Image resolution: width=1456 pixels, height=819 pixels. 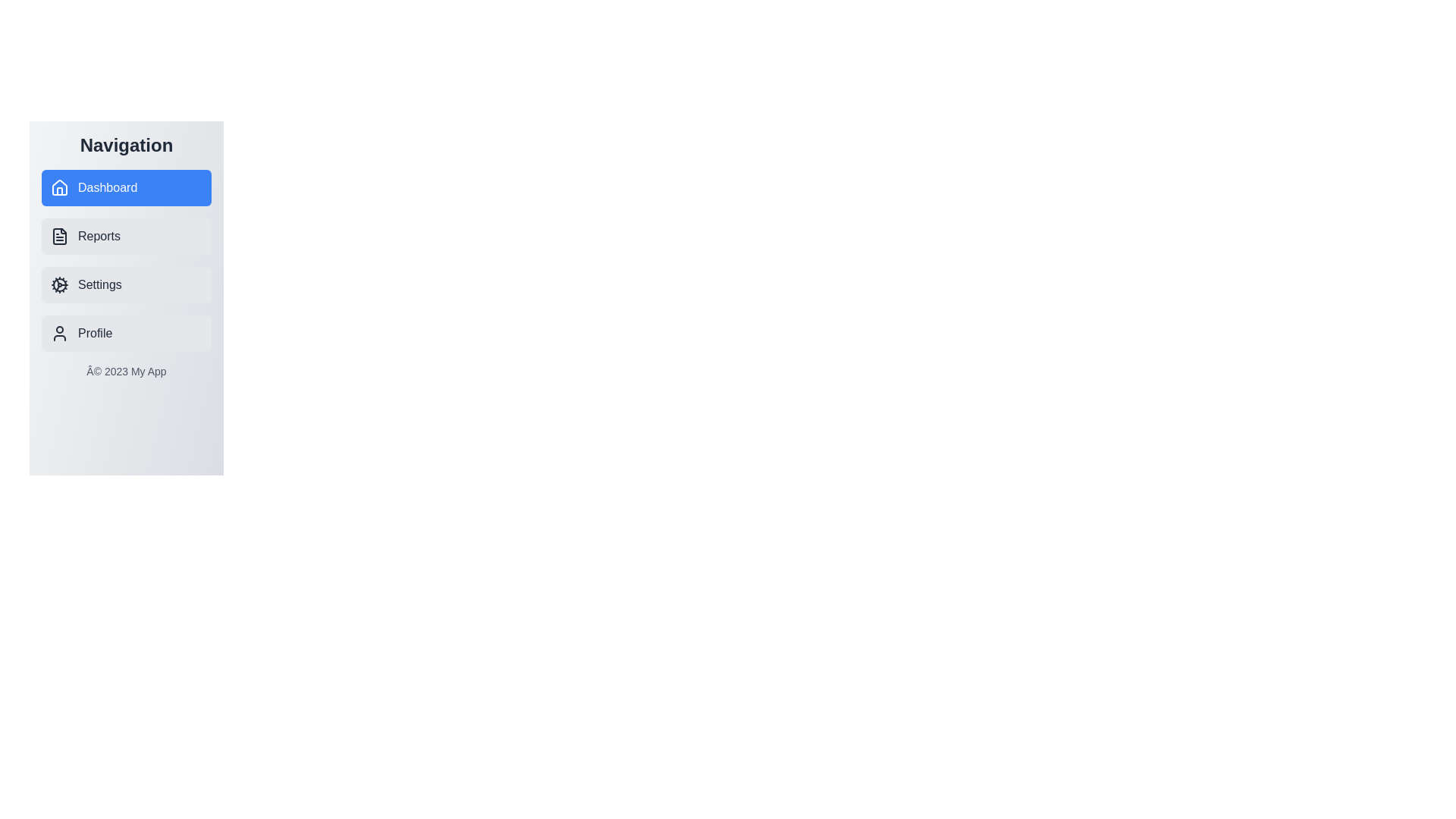 I want to click on the 'Profile' button located in the navigation sidebar, so click(x=127, y=332).